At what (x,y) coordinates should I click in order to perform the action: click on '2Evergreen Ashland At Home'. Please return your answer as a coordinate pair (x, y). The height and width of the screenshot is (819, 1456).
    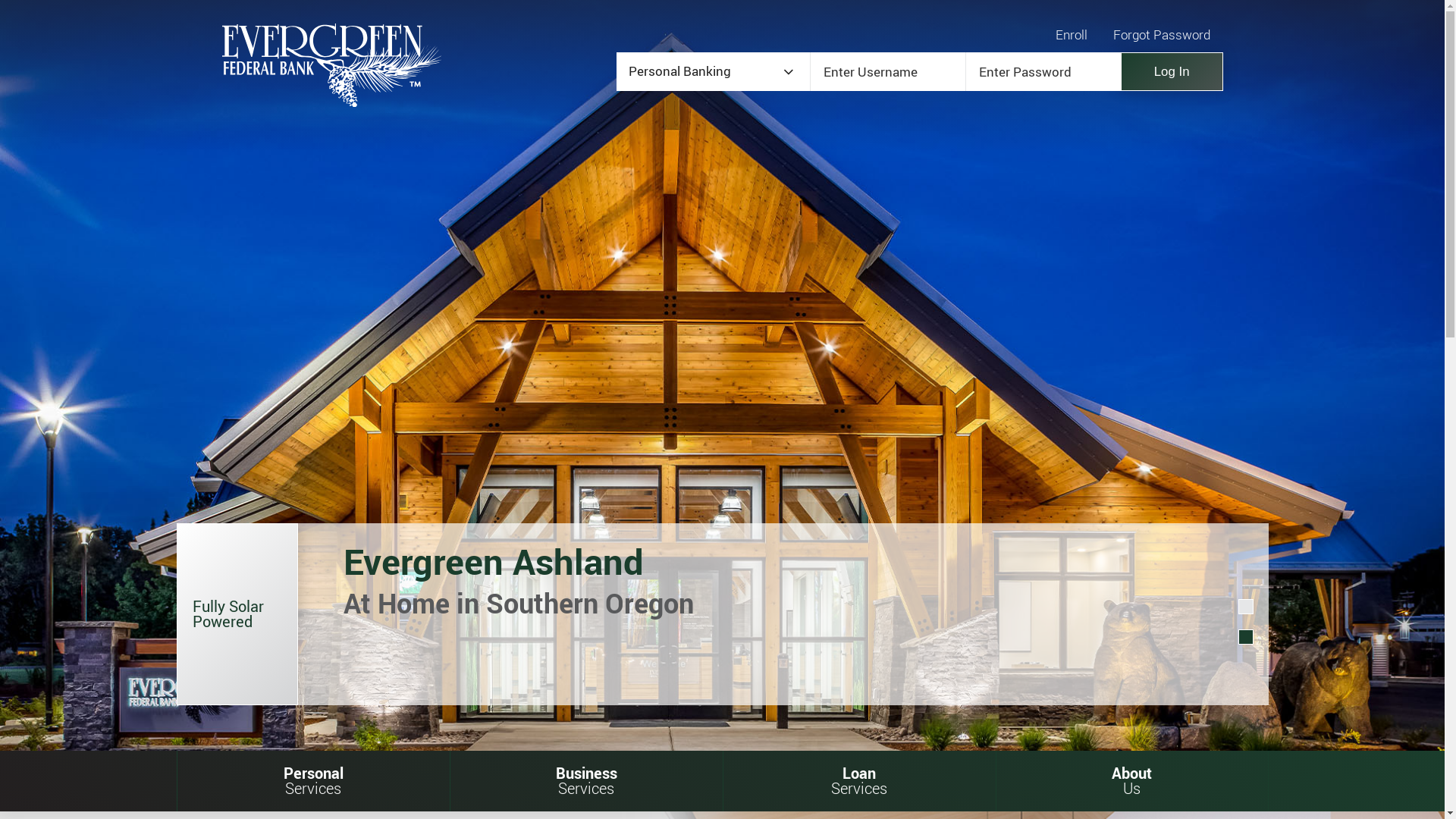
    Looking at the image, I should click on (1245, 637).